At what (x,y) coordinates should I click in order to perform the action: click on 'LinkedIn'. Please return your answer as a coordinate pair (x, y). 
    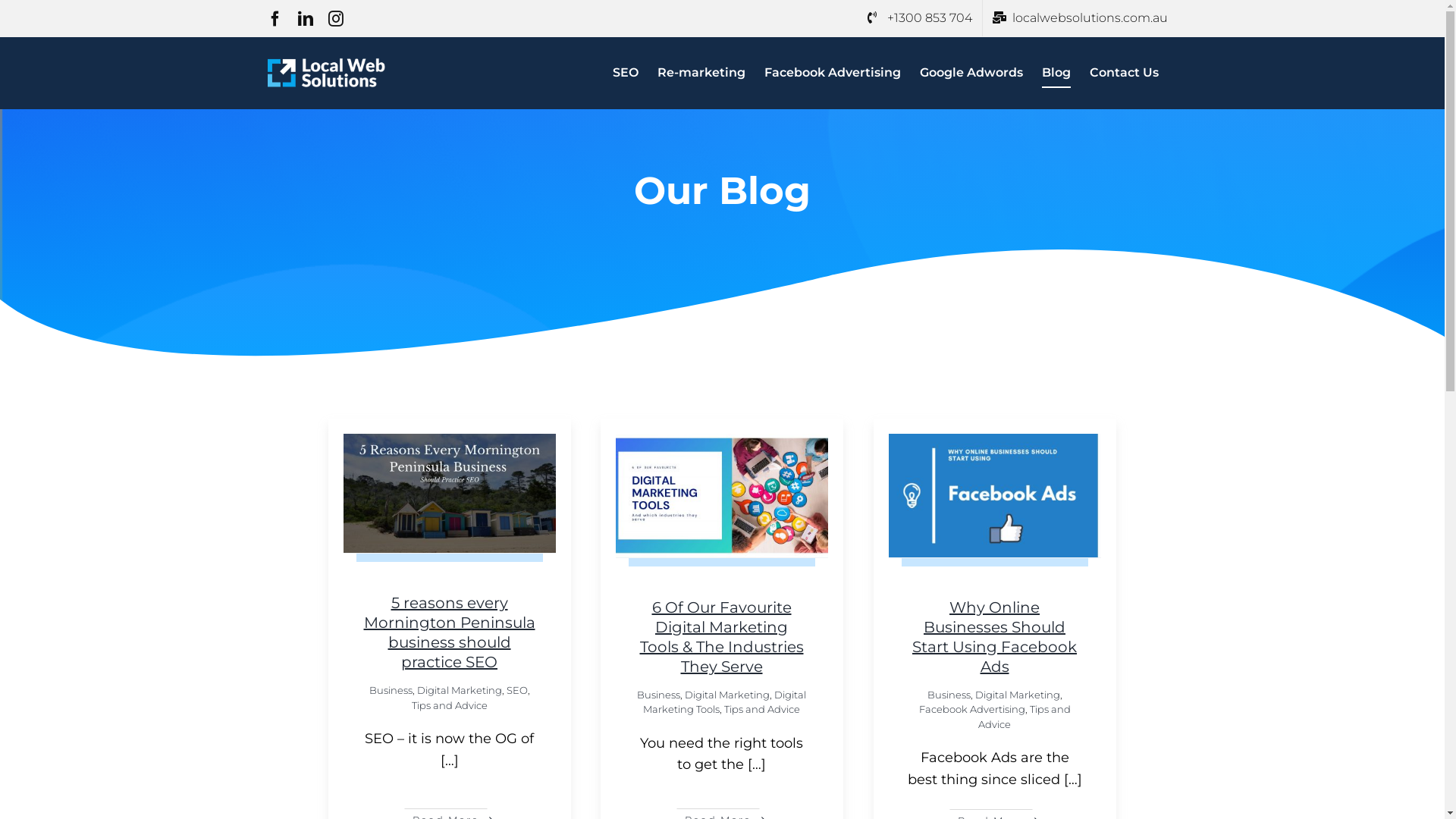
    Looking at the image, I should click on (297, 18).